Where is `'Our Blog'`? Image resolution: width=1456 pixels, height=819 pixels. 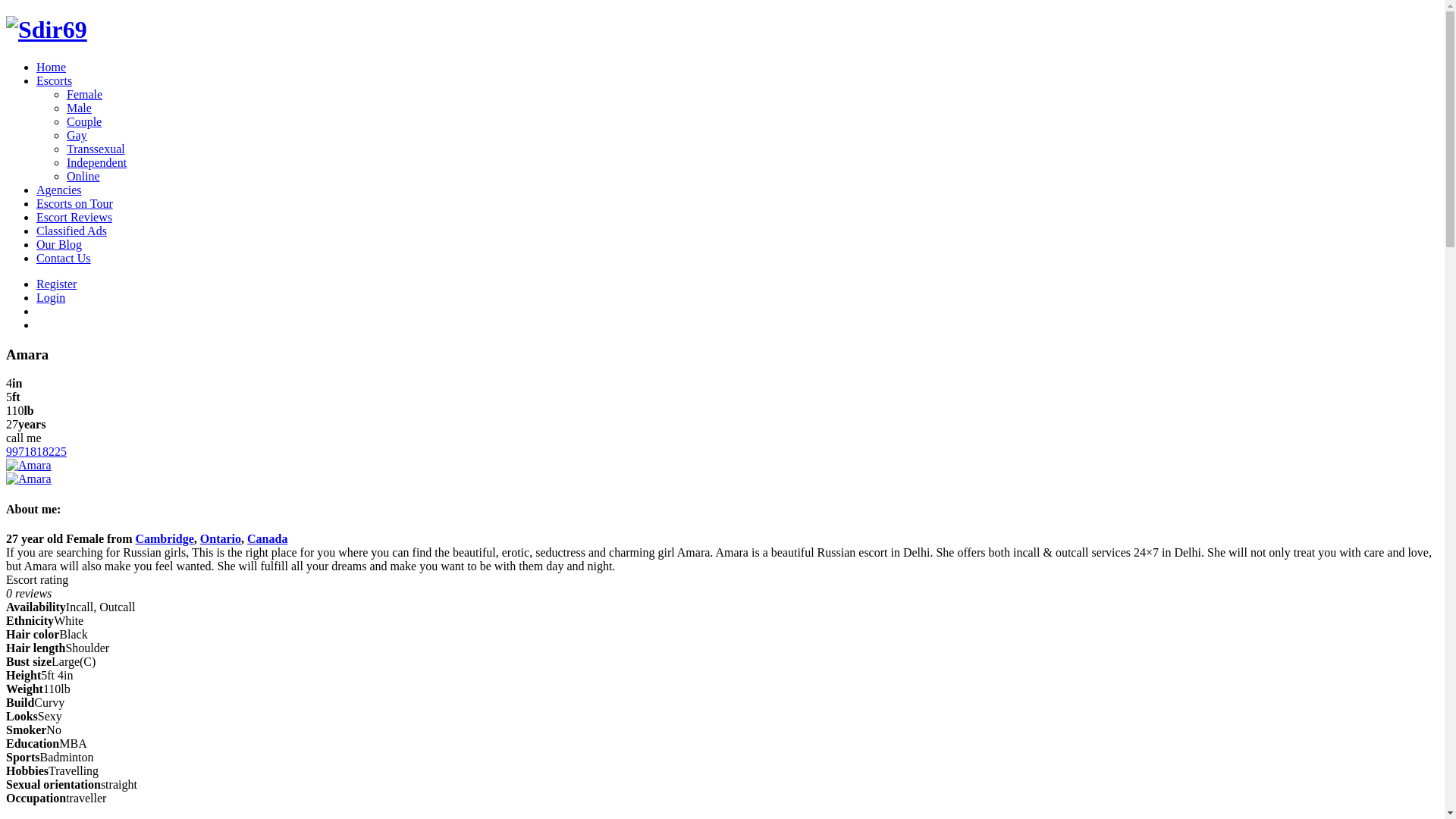
'Our Blog' is located at coordinates (36, 243).